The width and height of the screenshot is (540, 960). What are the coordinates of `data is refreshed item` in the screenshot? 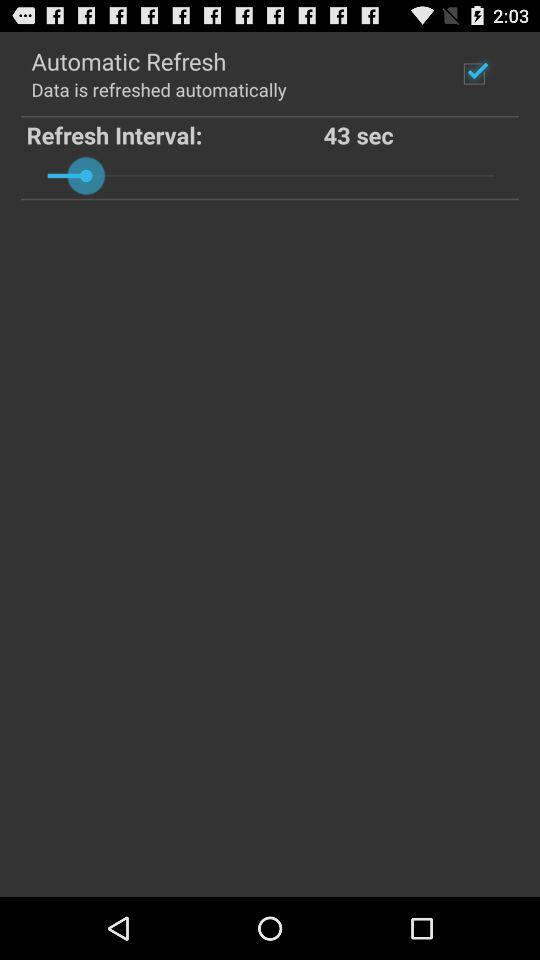 It's located at (157, 89).